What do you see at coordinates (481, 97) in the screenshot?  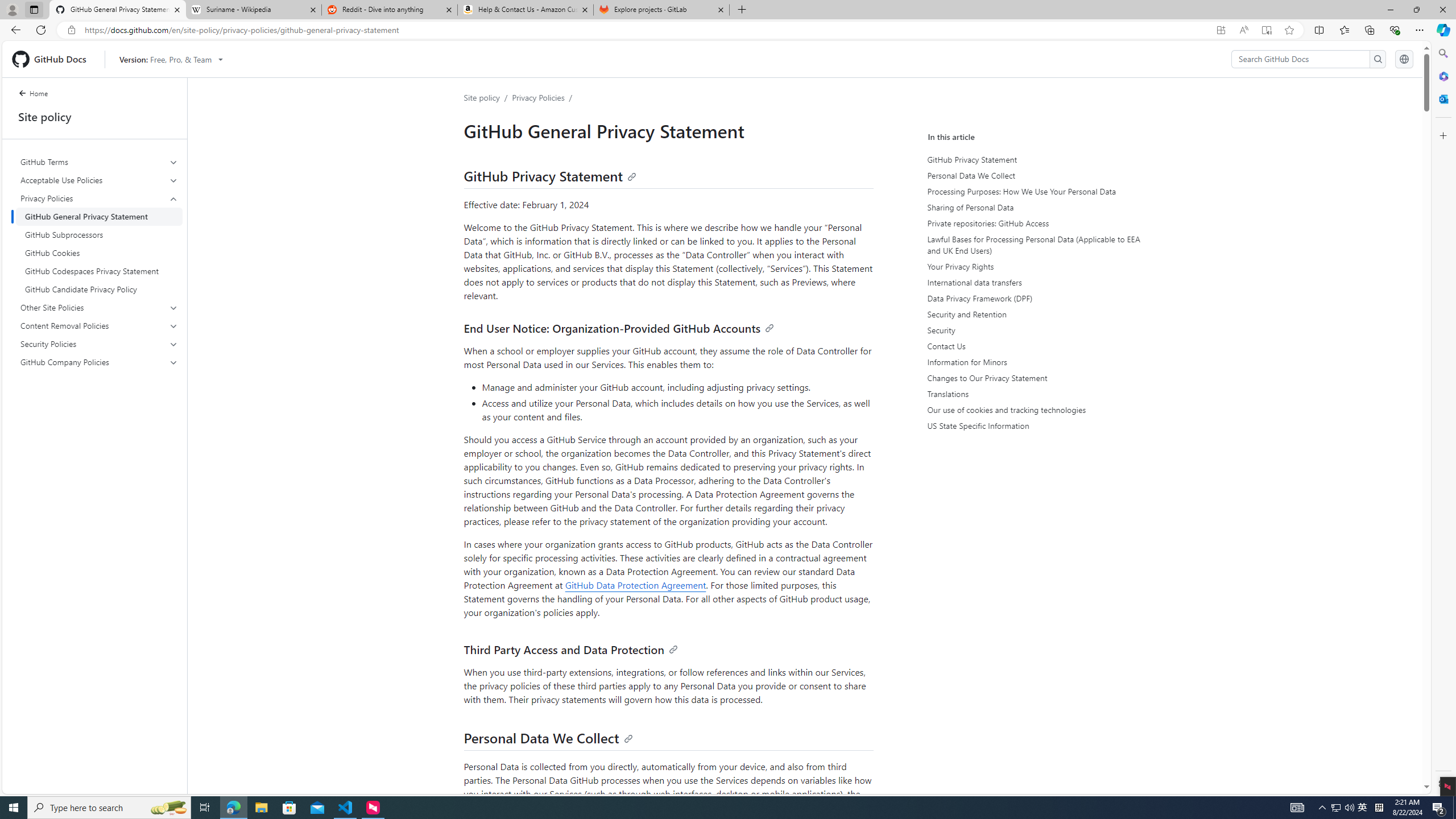 I see `'Site policy'` at bounding box center [481, 97].